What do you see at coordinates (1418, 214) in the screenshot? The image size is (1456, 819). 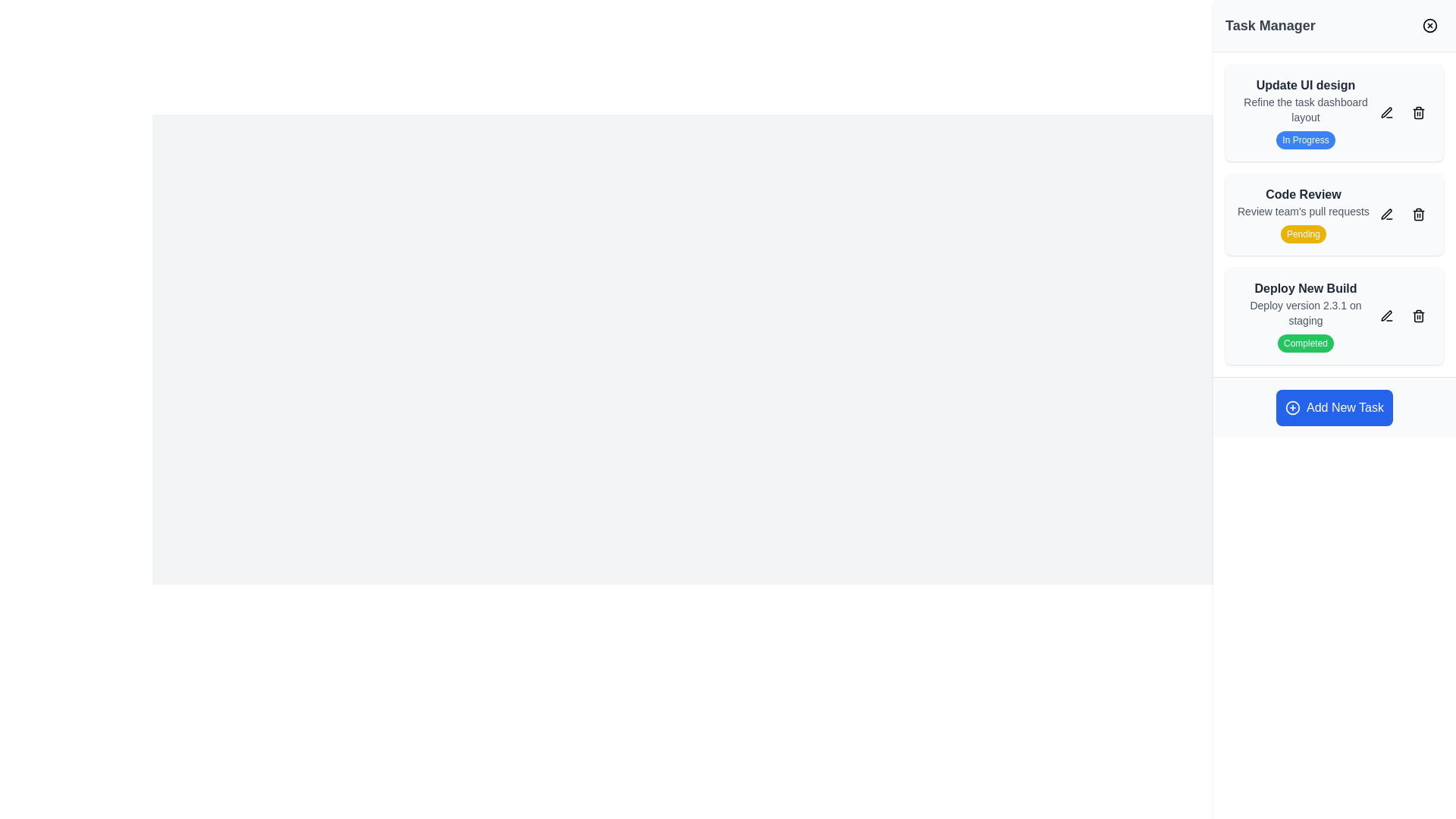 I see `the delete icon button located in the far-right of the 'Code Review' row` at bounding box center [1418, 214].